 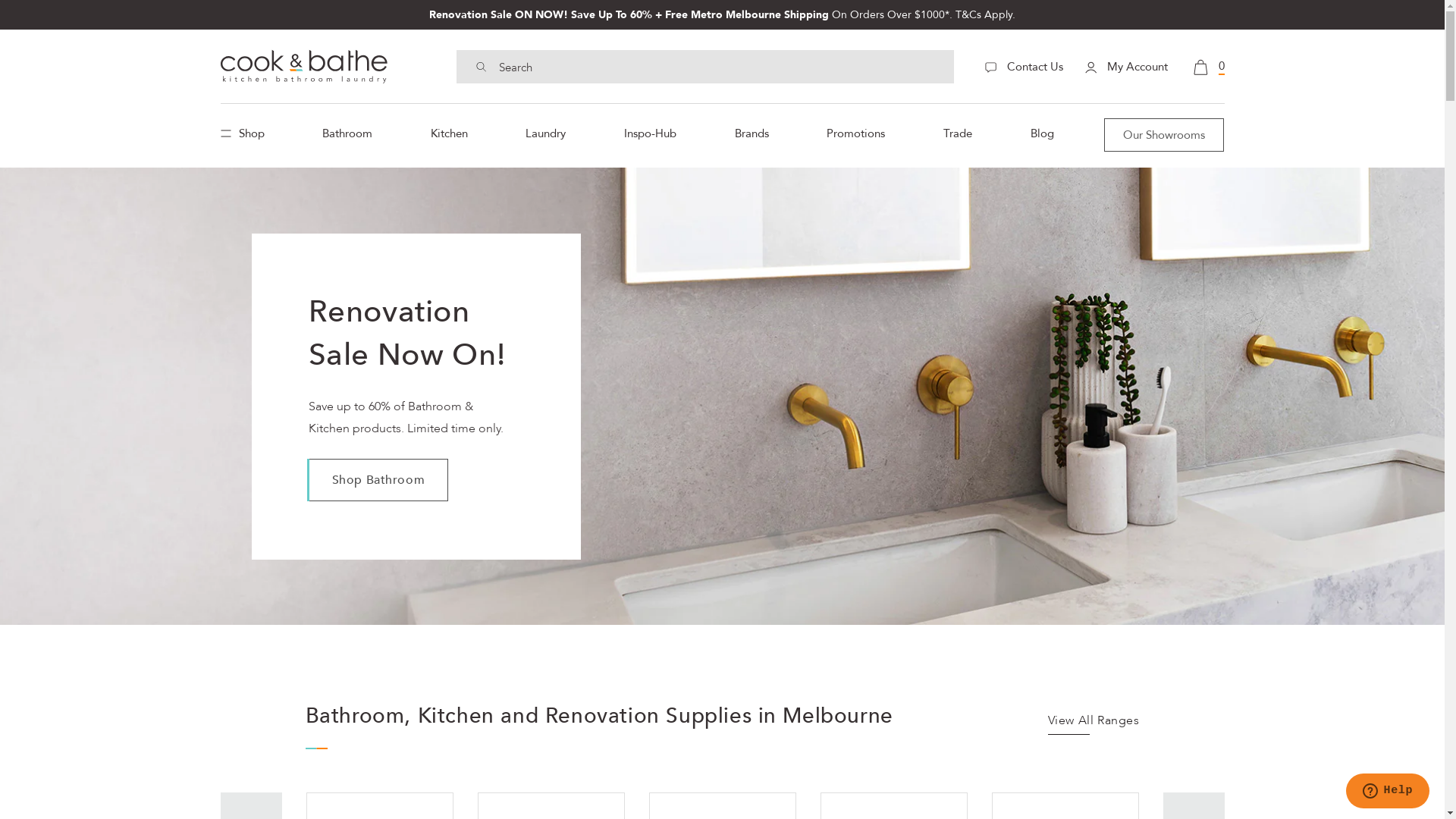 What do you see at coordinates (378, 479) in the screenshot?
I see `'Shop Bathroom'` at bounding box center [378, 479].